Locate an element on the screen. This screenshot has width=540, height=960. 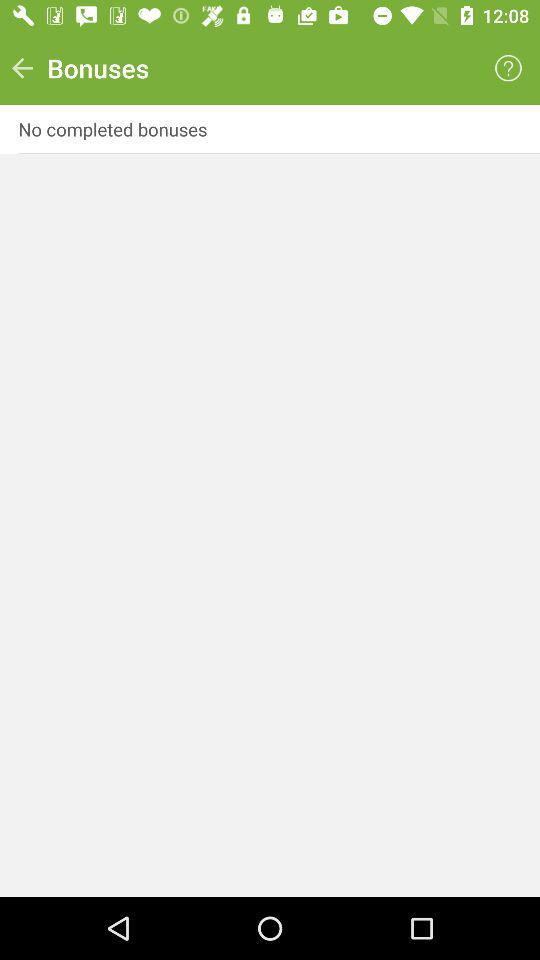
icon at the top right corner is located at coordinates (508, 68).